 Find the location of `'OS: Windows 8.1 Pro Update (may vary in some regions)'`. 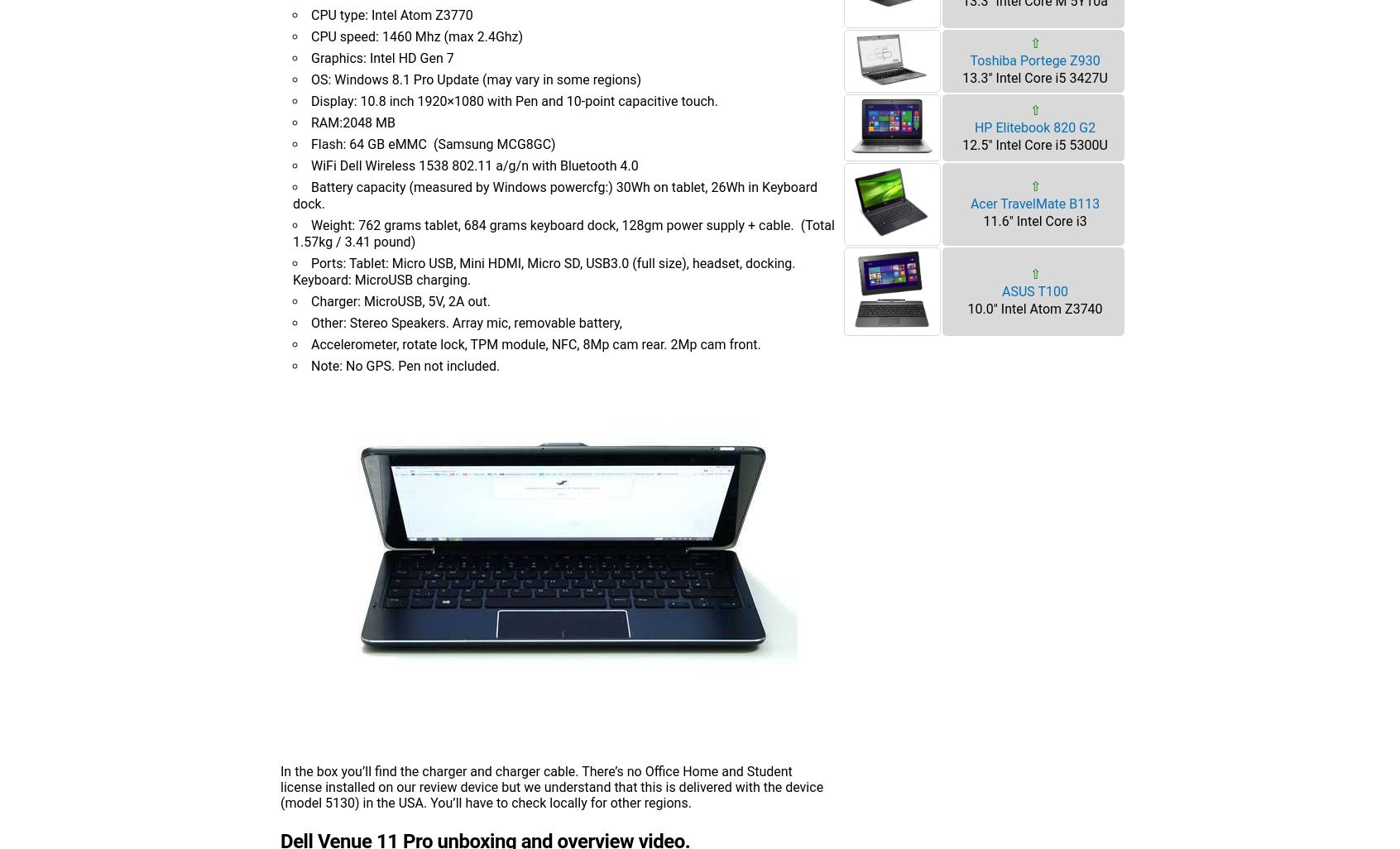

'OS: Windows 8.1 Pro Update (may vary in some regions)' is located at coordinates (475, 78).